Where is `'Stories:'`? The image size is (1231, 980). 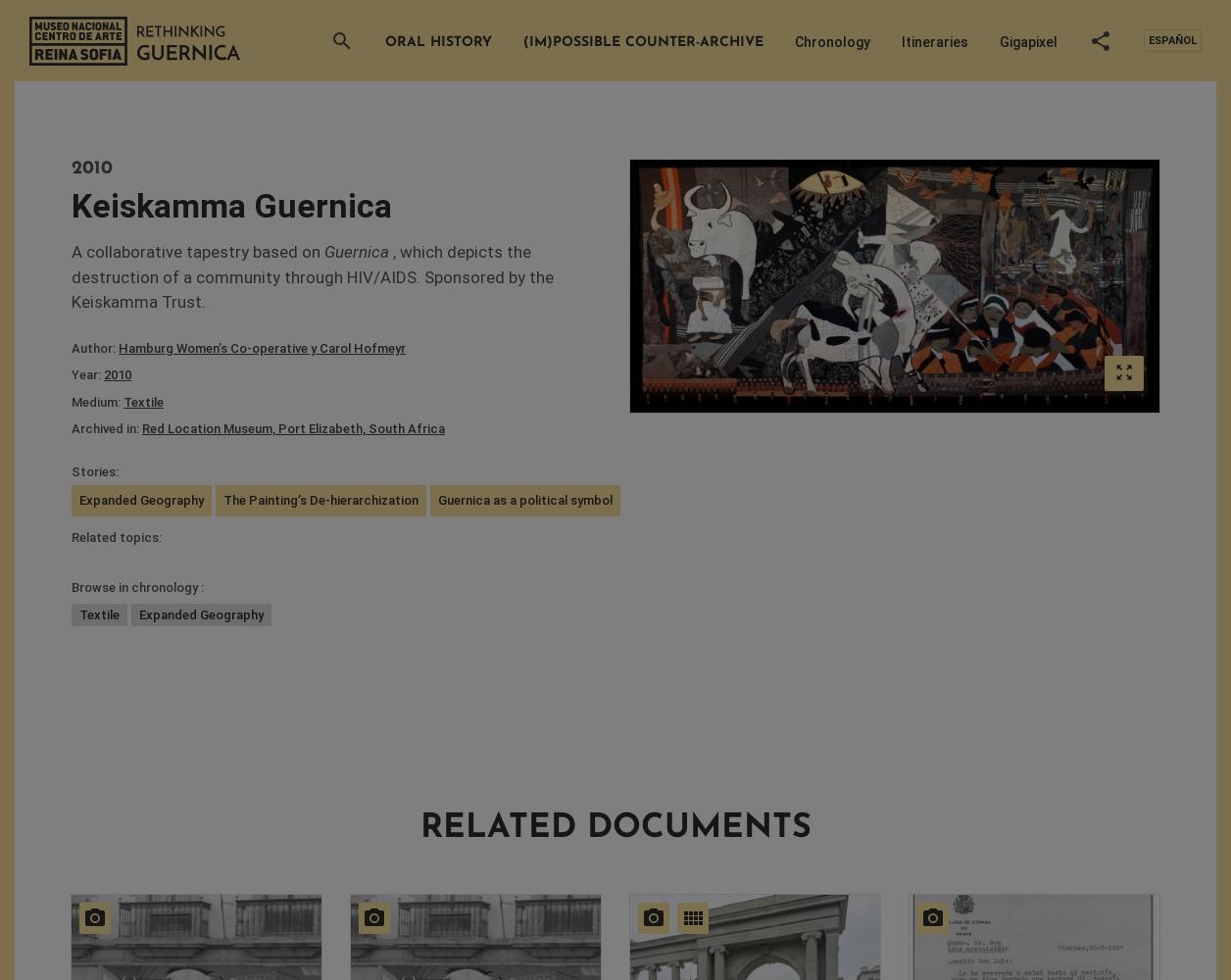
'Stories:' is located at coordinates (71, 469).